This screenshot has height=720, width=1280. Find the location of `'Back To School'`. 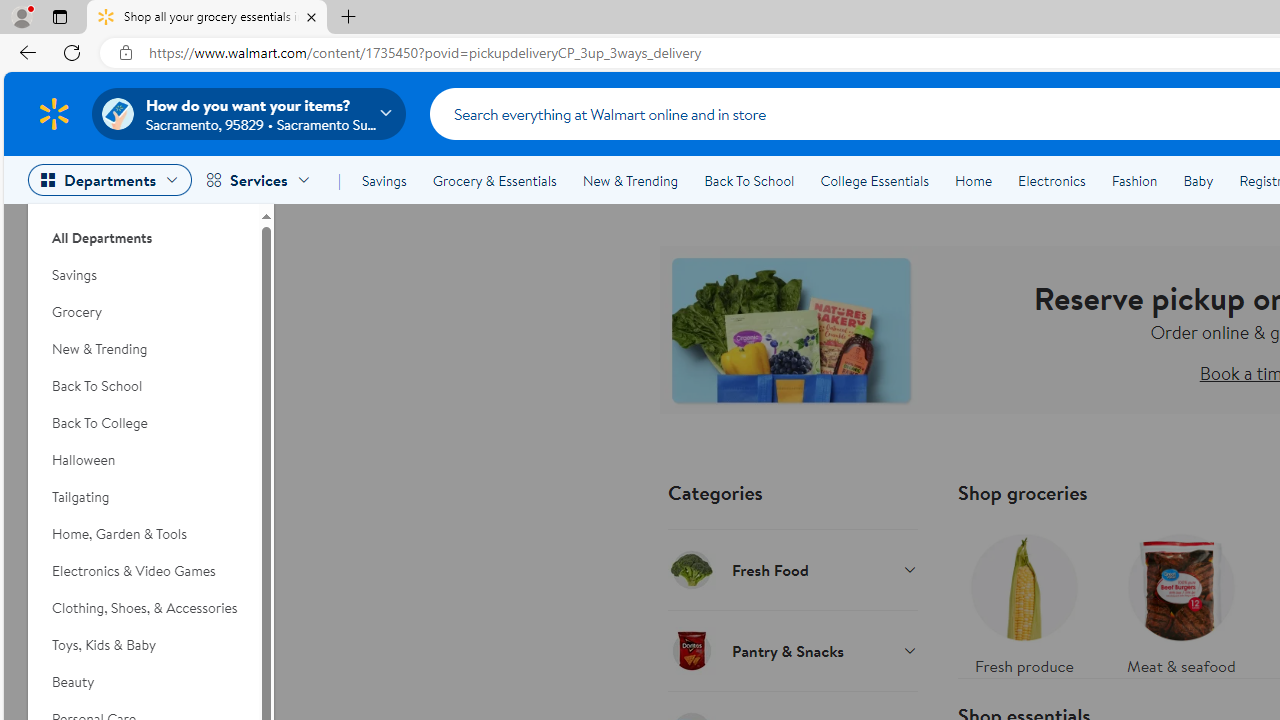

'Back To School' is located at coordinates (748, 181).